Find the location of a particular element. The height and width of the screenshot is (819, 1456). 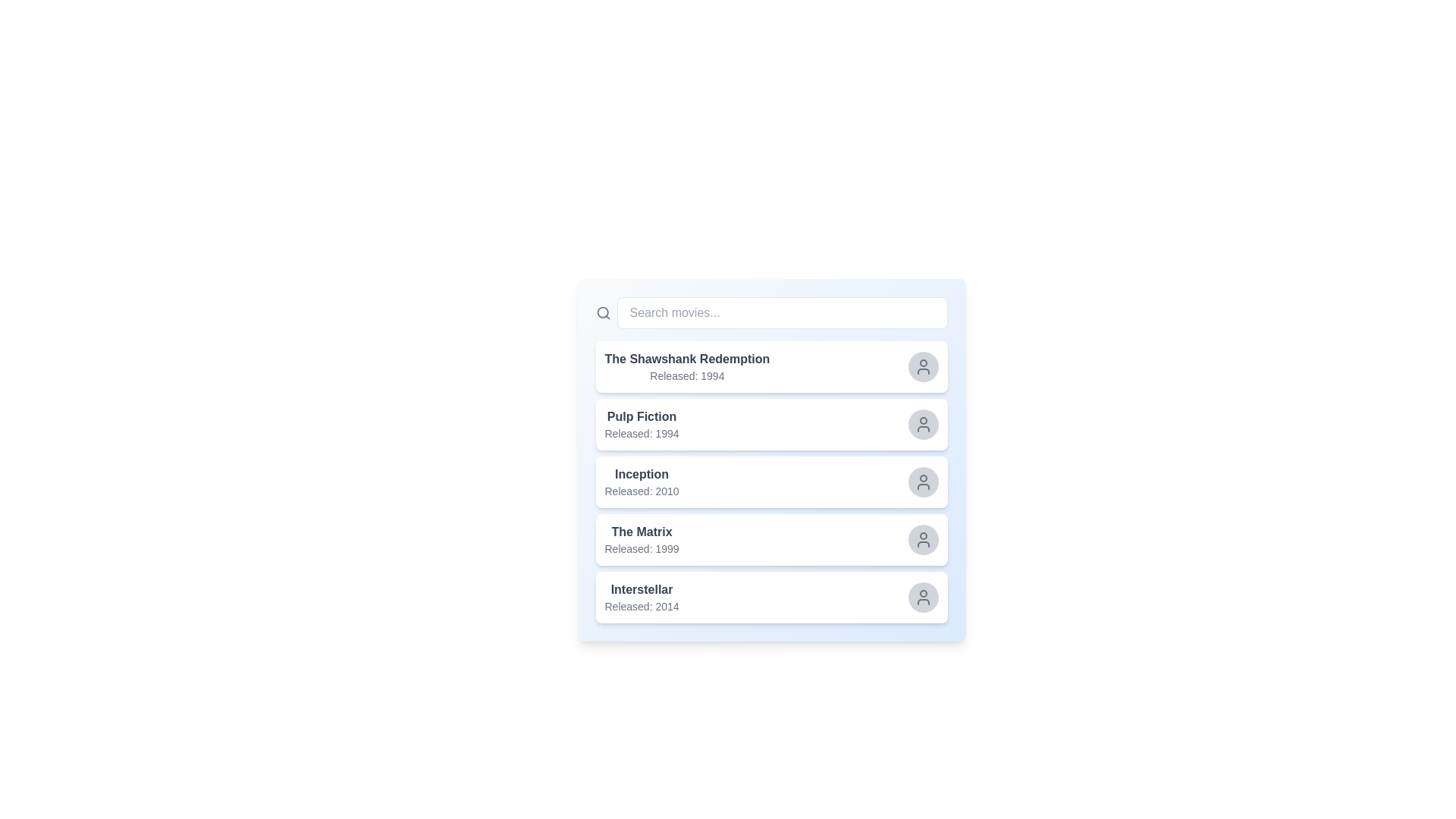

the informative text block titled 'Pulp Fiction' which displays the release year 'Released: 1994' and is center-aligned in a dark gray font on a white background is located at coordinates (642, 424).